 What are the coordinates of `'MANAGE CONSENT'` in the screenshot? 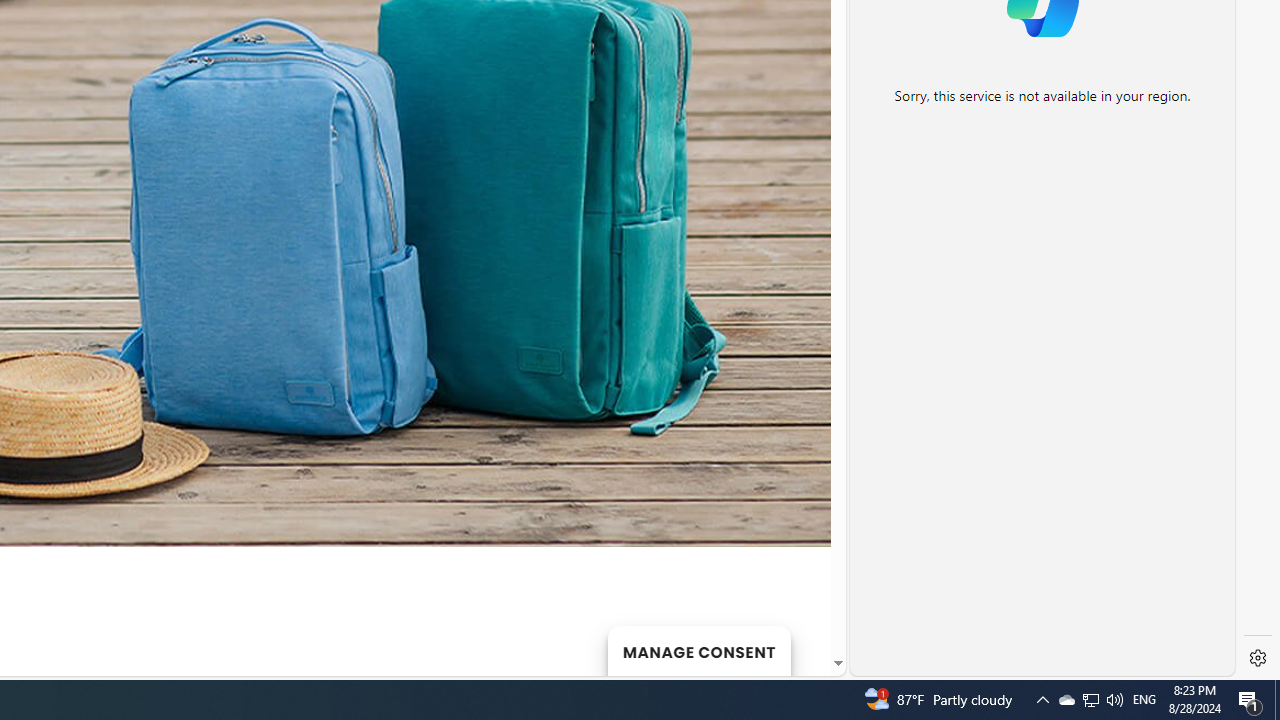 It's located at (698, 650).